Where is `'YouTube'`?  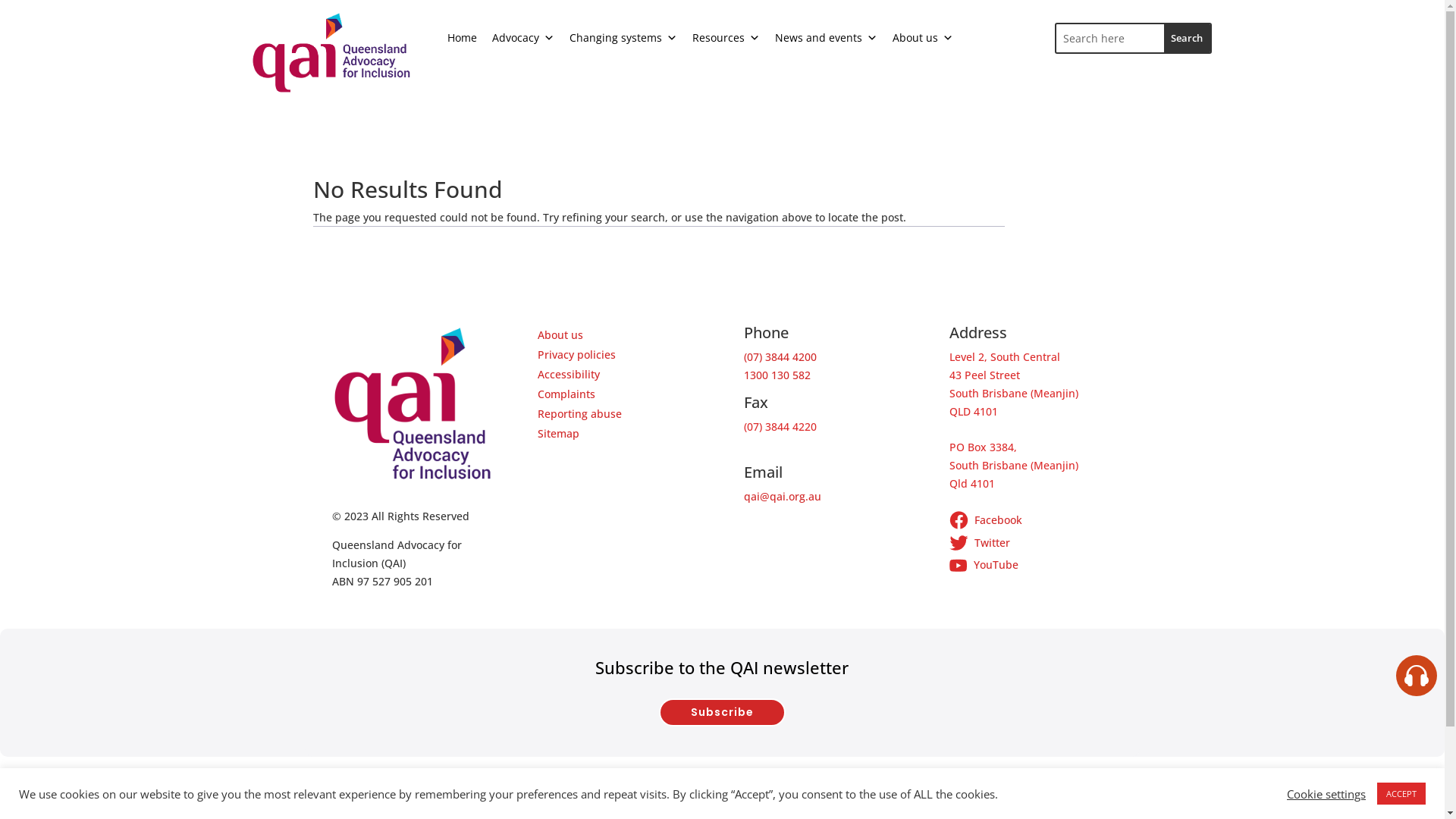 'YouTube' is located at coordinates (1031, 564).